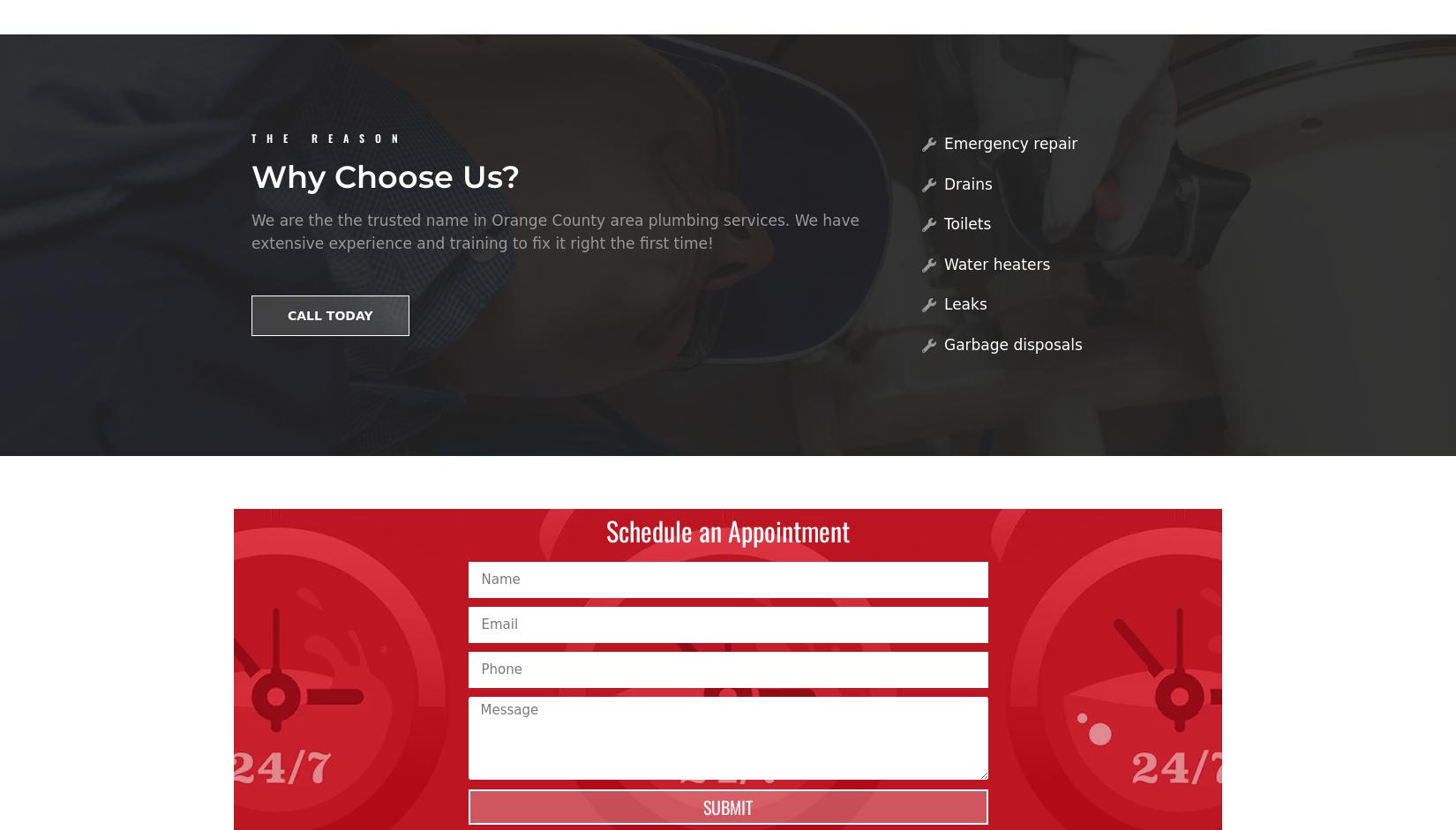 The height and width of the screenshot is (830, 1456). What do you see at coordinates (728, 804) in the screenshot?
I see `'SUBMIT'` at bounding box center [728, 804].